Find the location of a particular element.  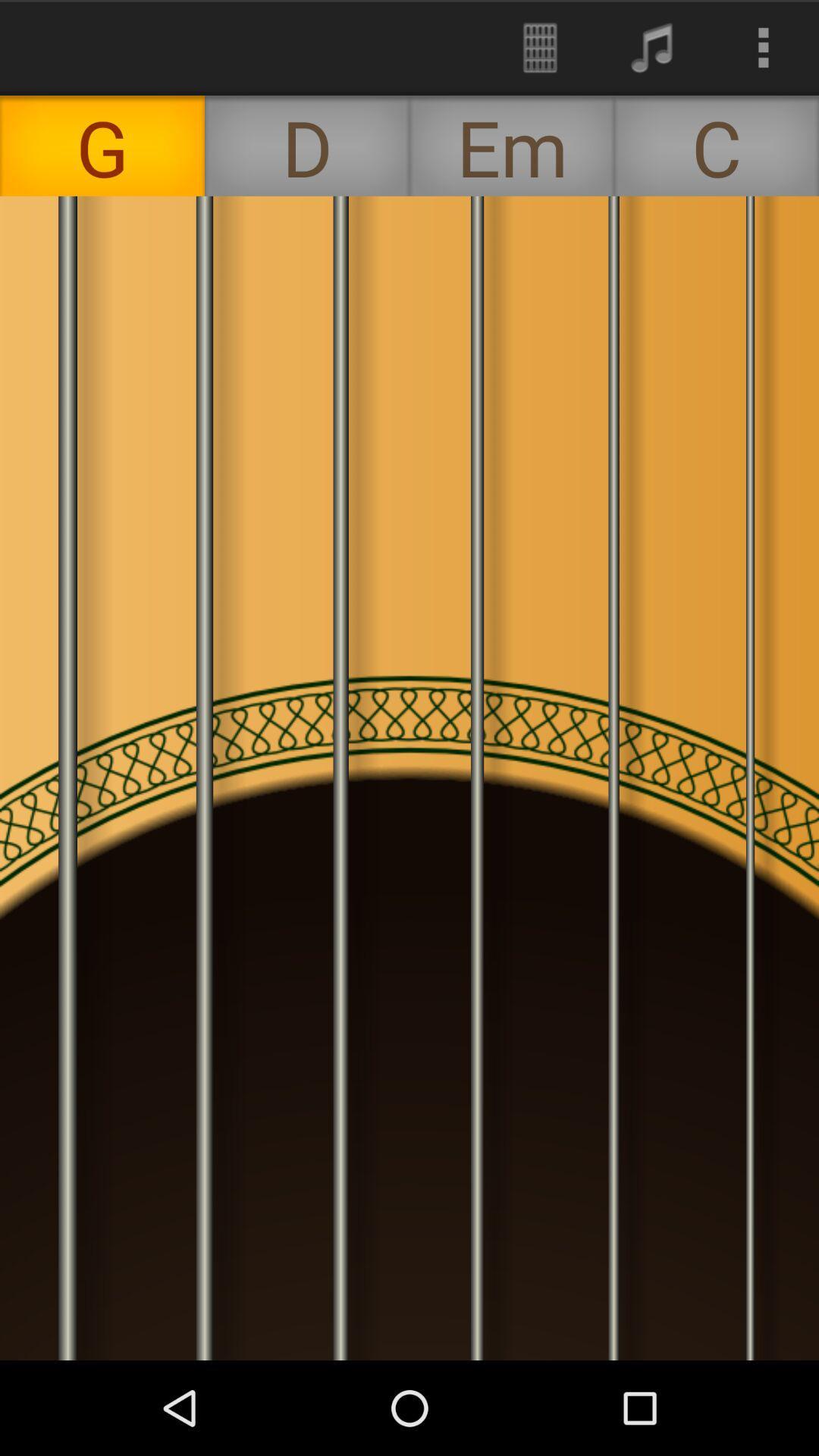

icon to the left of the em is located at coordinates (307, 146).